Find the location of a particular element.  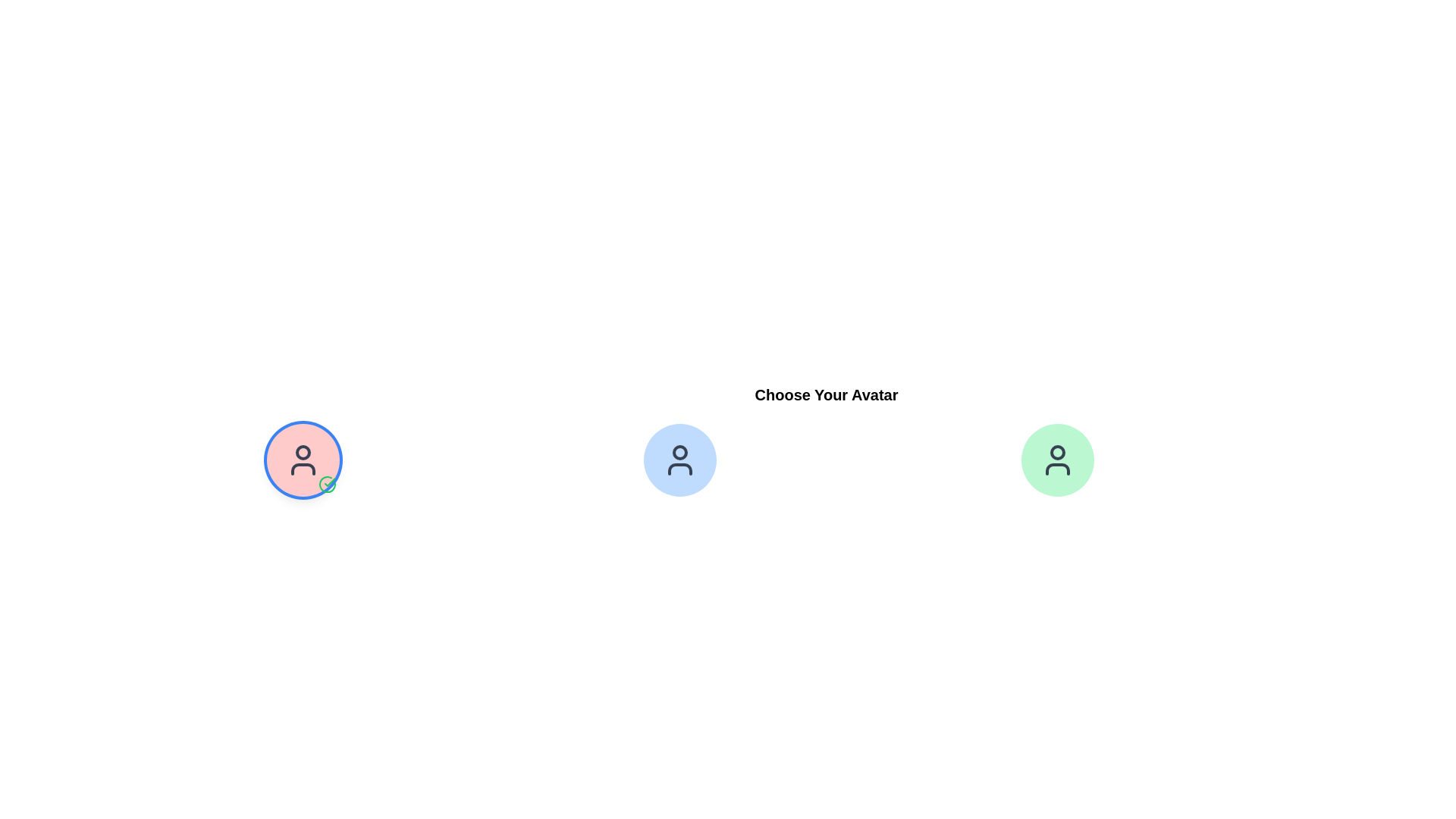

the selectable avatar option located in the rightmost cell below 'Choose Your Avatar' is located at coordinates (1056, 459).